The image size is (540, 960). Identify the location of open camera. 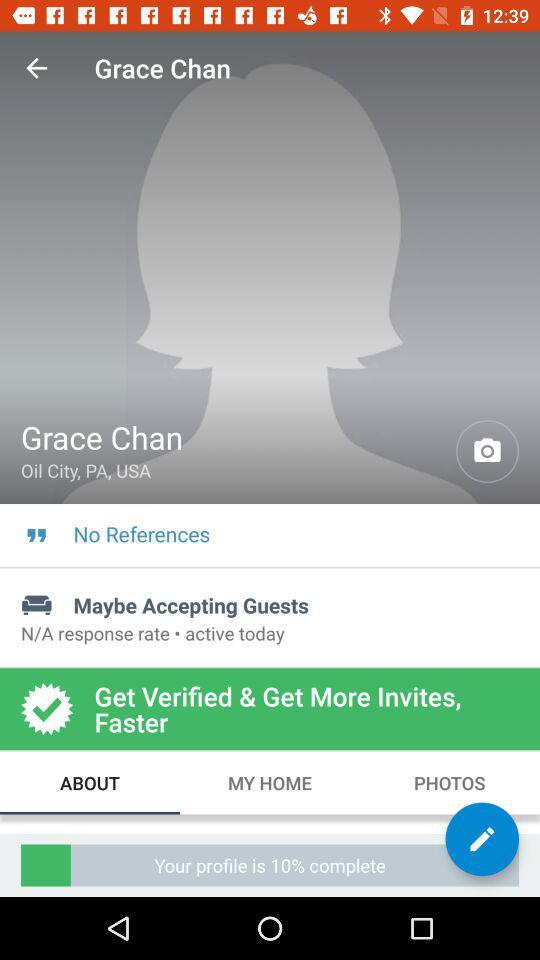
(486, 451).